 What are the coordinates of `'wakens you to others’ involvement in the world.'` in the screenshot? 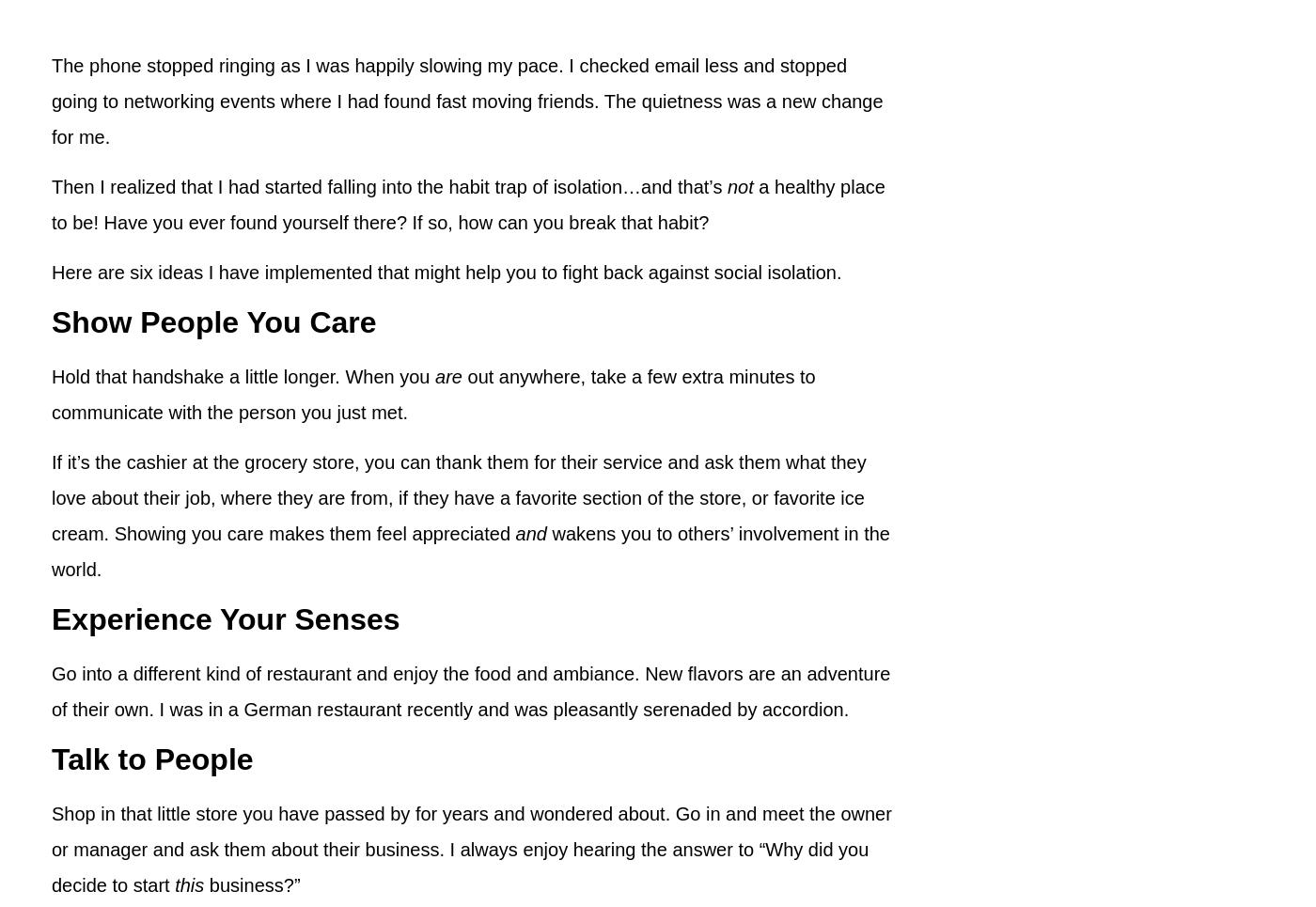 It's located at (470, 551).